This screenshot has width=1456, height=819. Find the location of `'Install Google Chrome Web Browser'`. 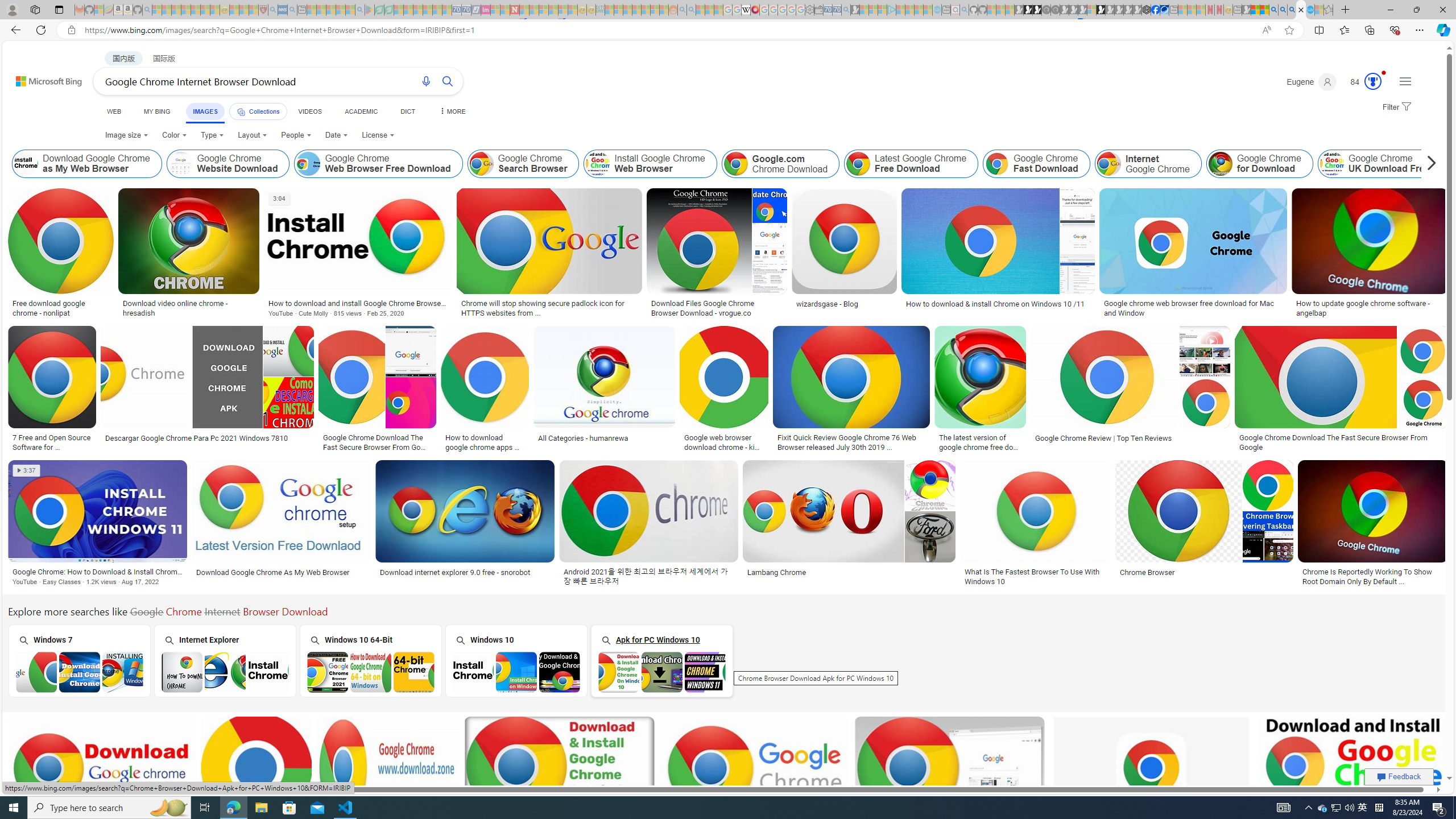

'Install Google Chrome Web Browser' is located at coordinates (597, 163).